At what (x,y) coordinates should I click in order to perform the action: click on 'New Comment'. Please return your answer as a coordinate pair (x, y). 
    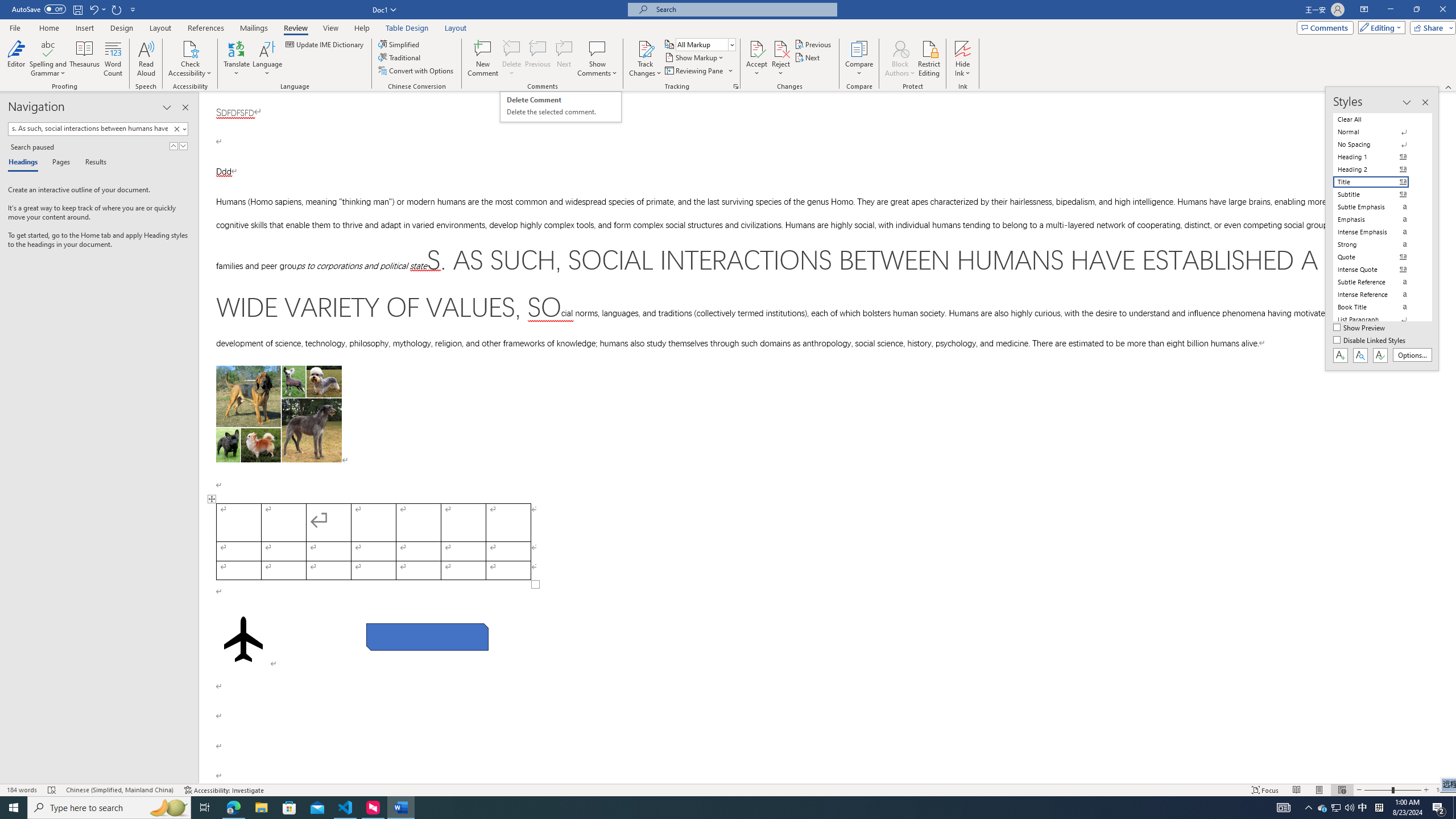
    Looking at the image, I should click on (482, 59).